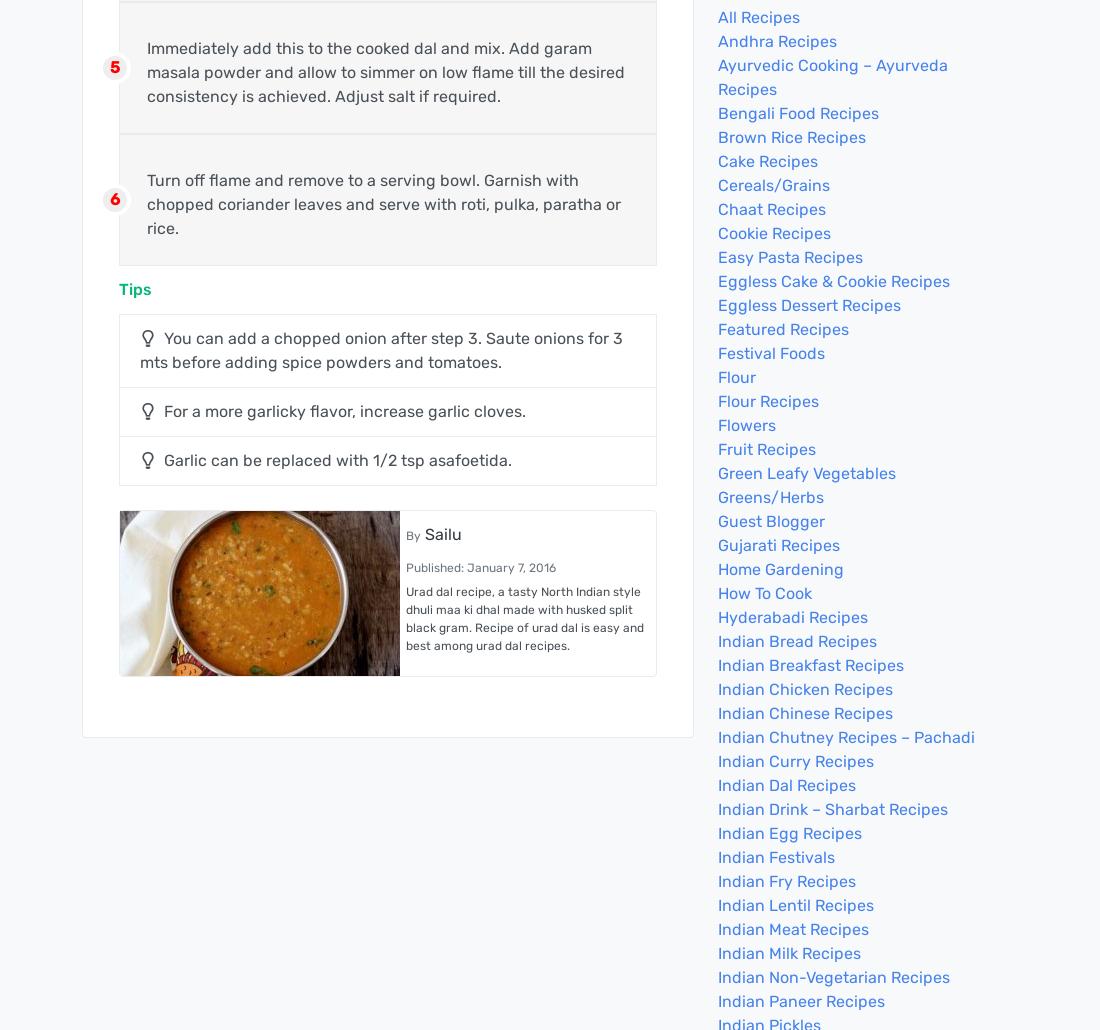 The height and width of the screenshot is (1030, 1100). Describe the element at coordinates (811, 664) in the screenshot. I see `'Indian Breakfast Recipes'` at that location.